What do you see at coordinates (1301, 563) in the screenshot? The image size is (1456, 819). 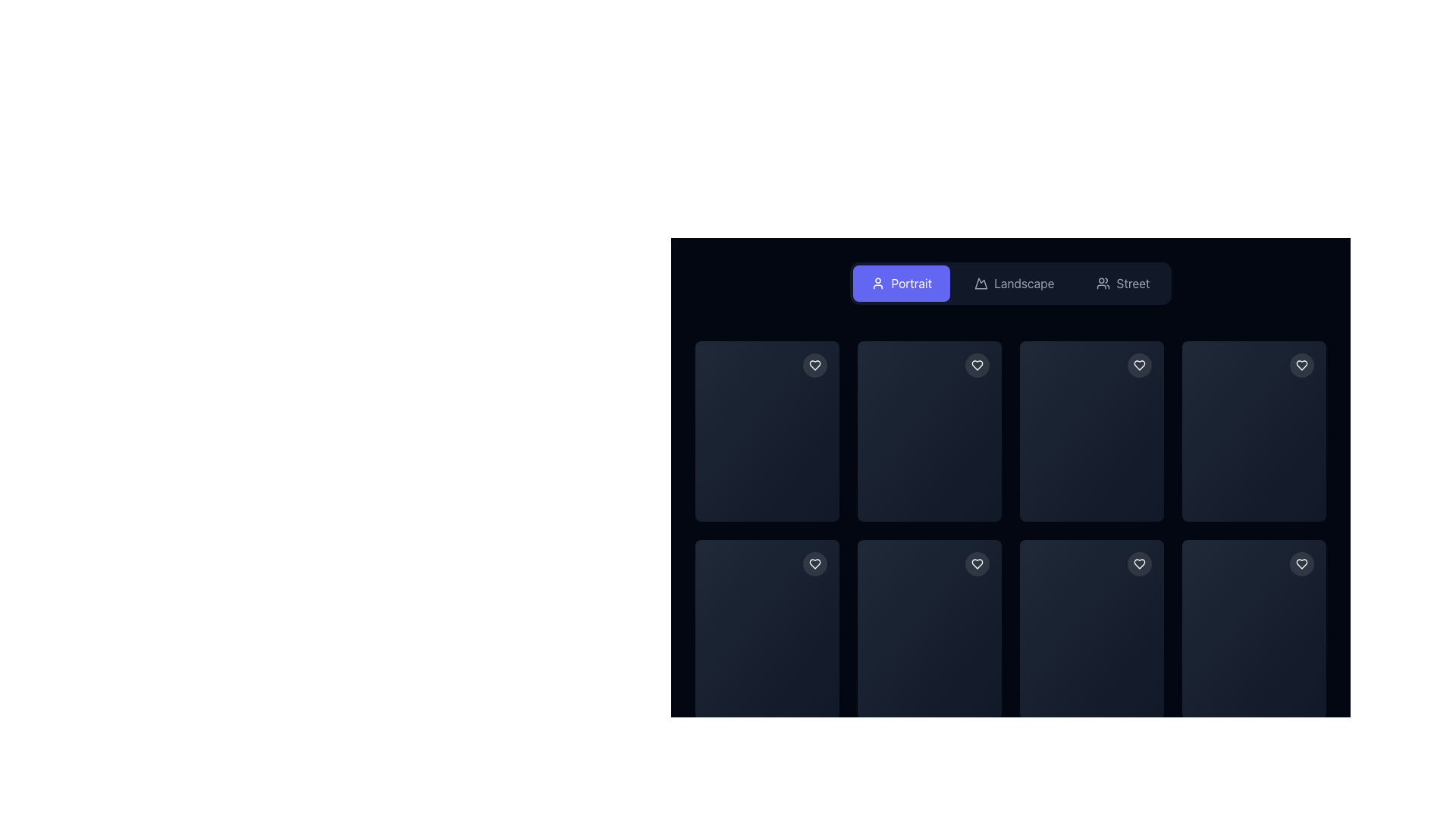 I see `the favorite button located at the top-right corner of the grid card in the fourth column of the last row` at bounding box center [1301, 563].